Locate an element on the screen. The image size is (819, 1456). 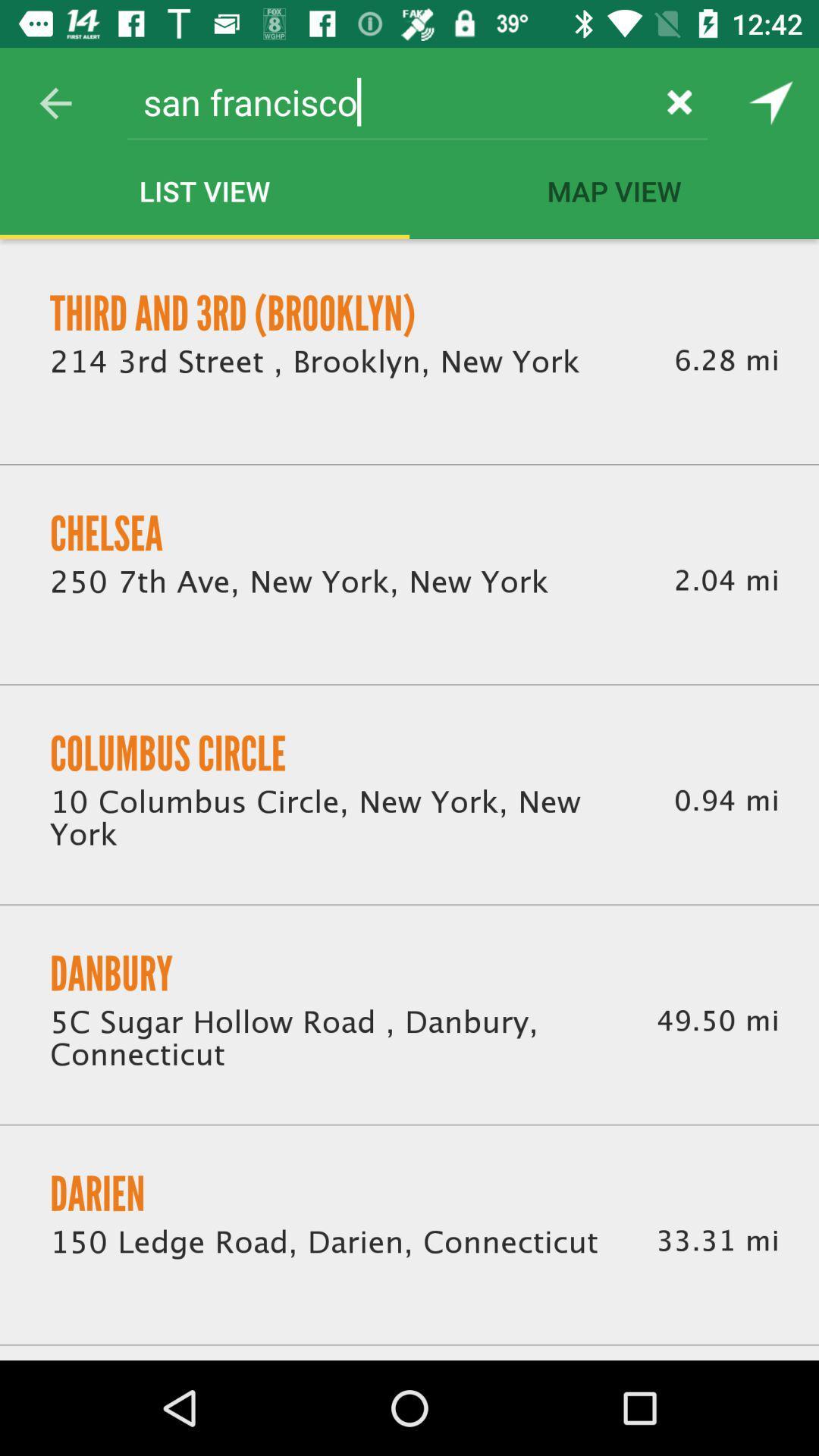
the 0.94 mi item is located at coordinates (726, 800).